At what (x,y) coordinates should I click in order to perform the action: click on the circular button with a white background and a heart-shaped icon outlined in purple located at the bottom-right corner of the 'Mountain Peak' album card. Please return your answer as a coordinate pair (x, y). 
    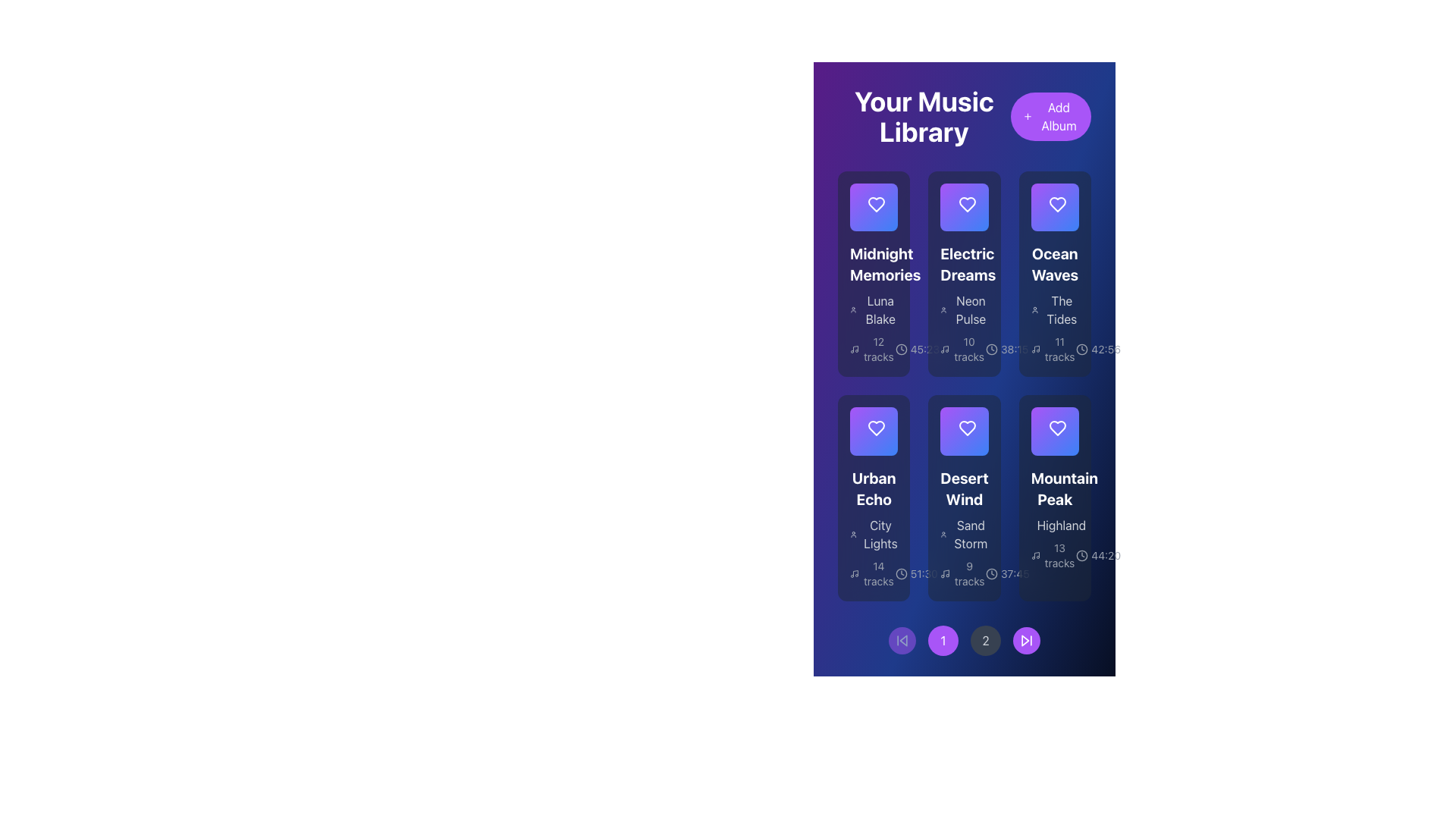
    Looking at the image, I should click on (1054, 431).